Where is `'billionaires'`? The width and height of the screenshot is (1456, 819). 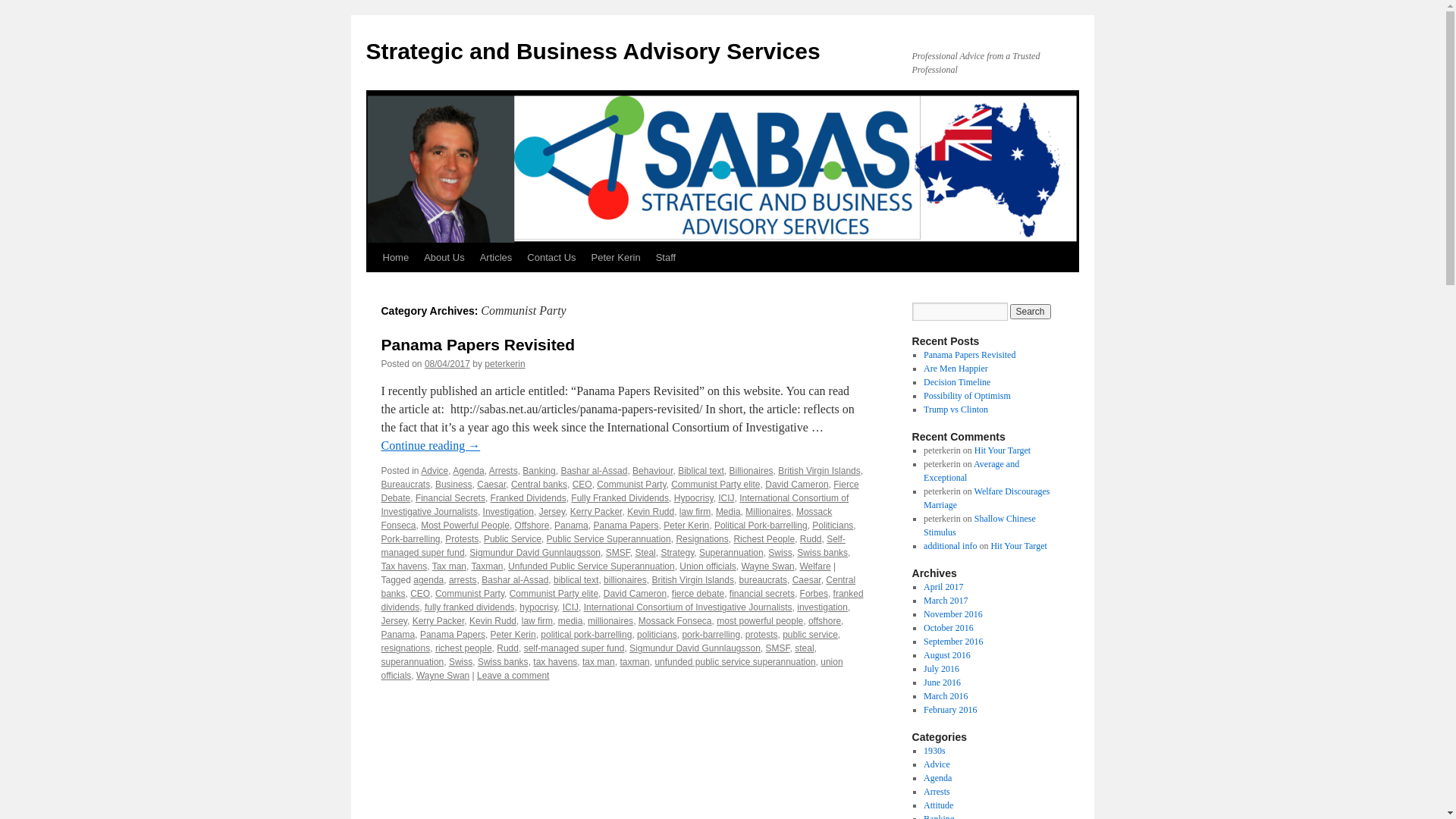
'billionaires' is located at coordinates (625, 579).